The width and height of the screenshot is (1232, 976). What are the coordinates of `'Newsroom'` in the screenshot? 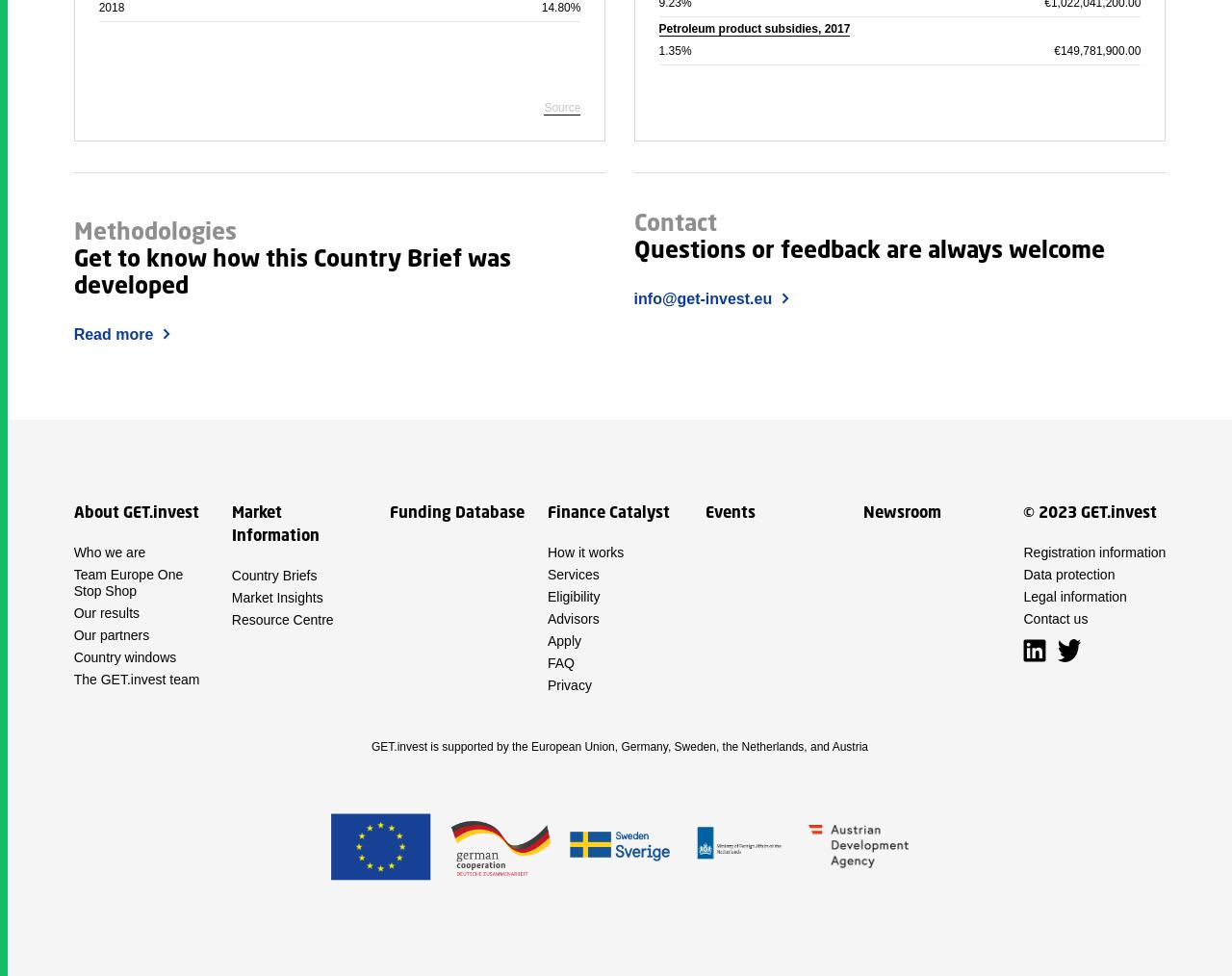 It's located at (901, 511).